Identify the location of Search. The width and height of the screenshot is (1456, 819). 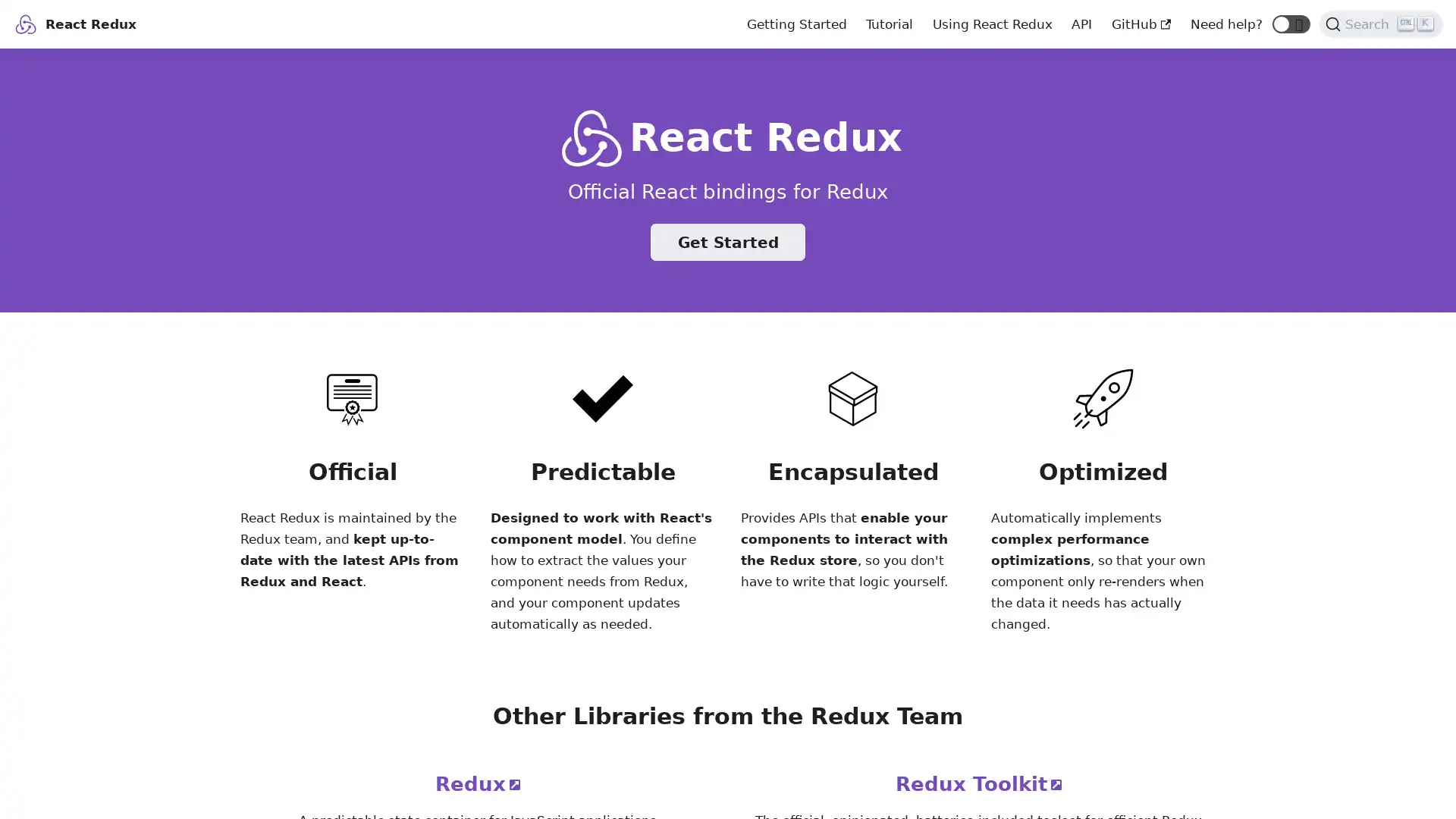
(1381, 23).